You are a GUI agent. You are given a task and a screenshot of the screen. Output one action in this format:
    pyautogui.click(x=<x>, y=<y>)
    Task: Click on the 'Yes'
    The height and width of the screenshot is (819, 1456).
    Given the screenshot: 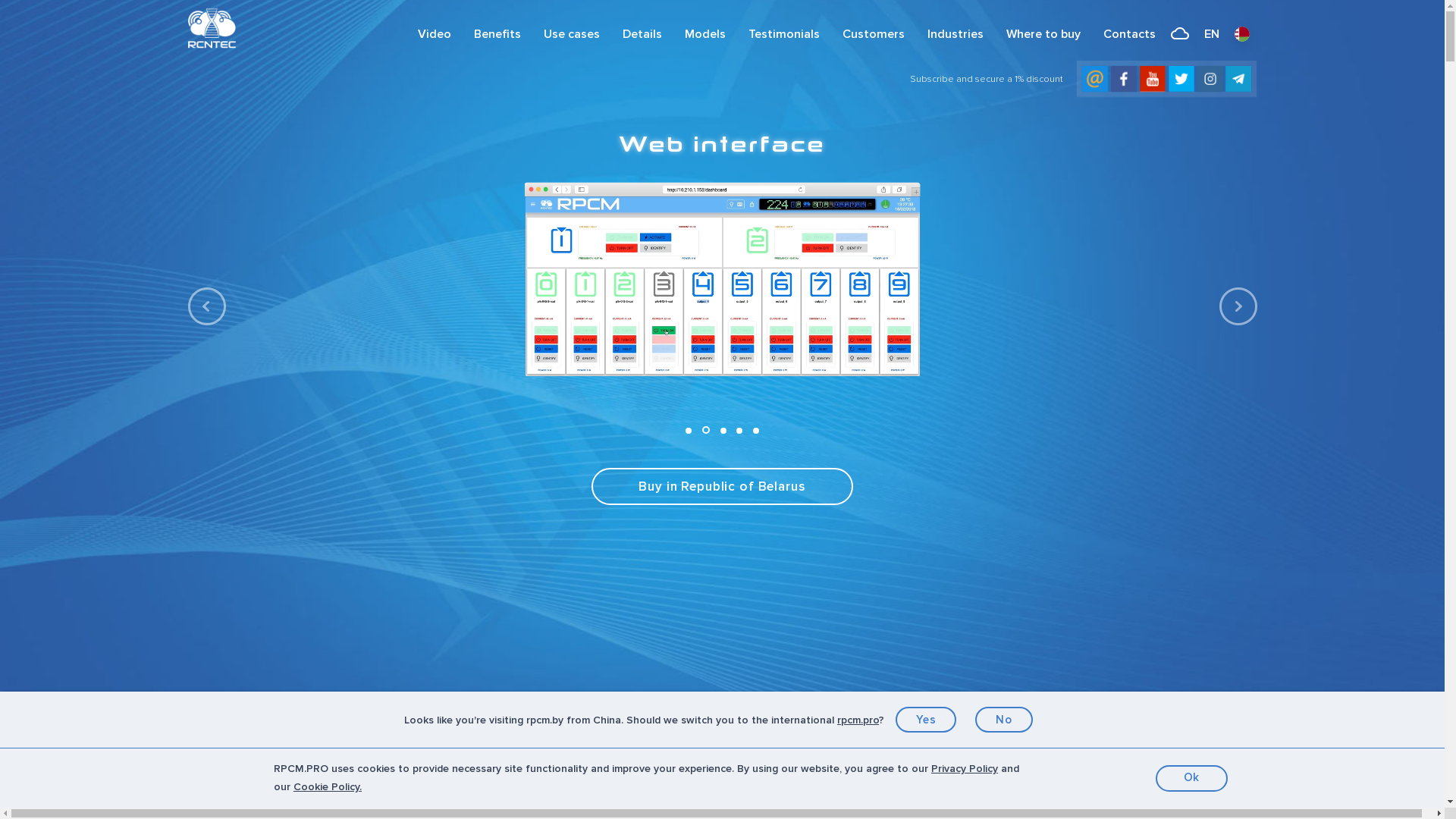 What is the action you would take?
    pyautogui.click(x=925, y=718)
    